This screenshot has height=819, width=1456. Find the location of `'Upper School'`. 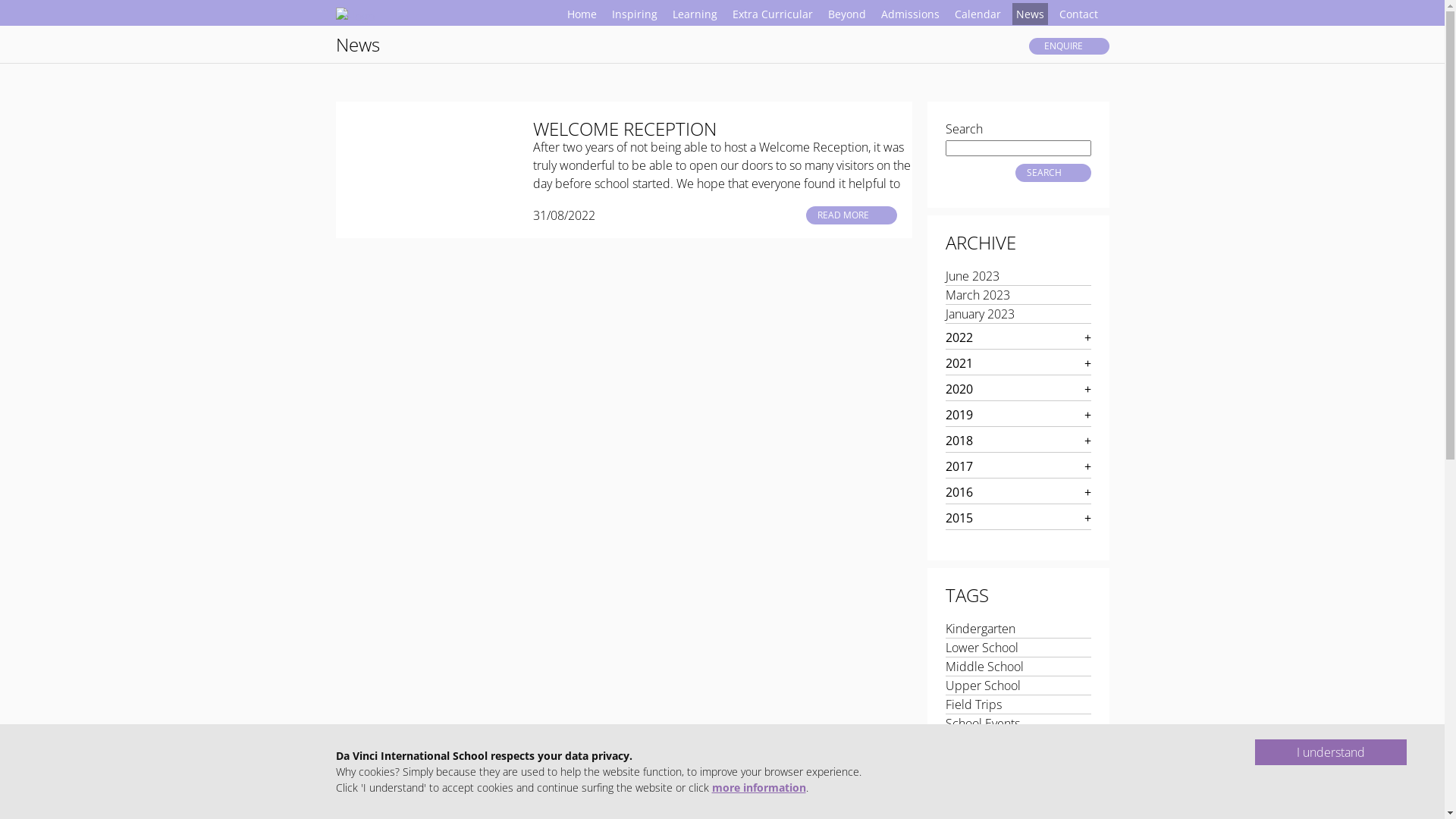

'Upper School' is located at coordinates (982, 685).